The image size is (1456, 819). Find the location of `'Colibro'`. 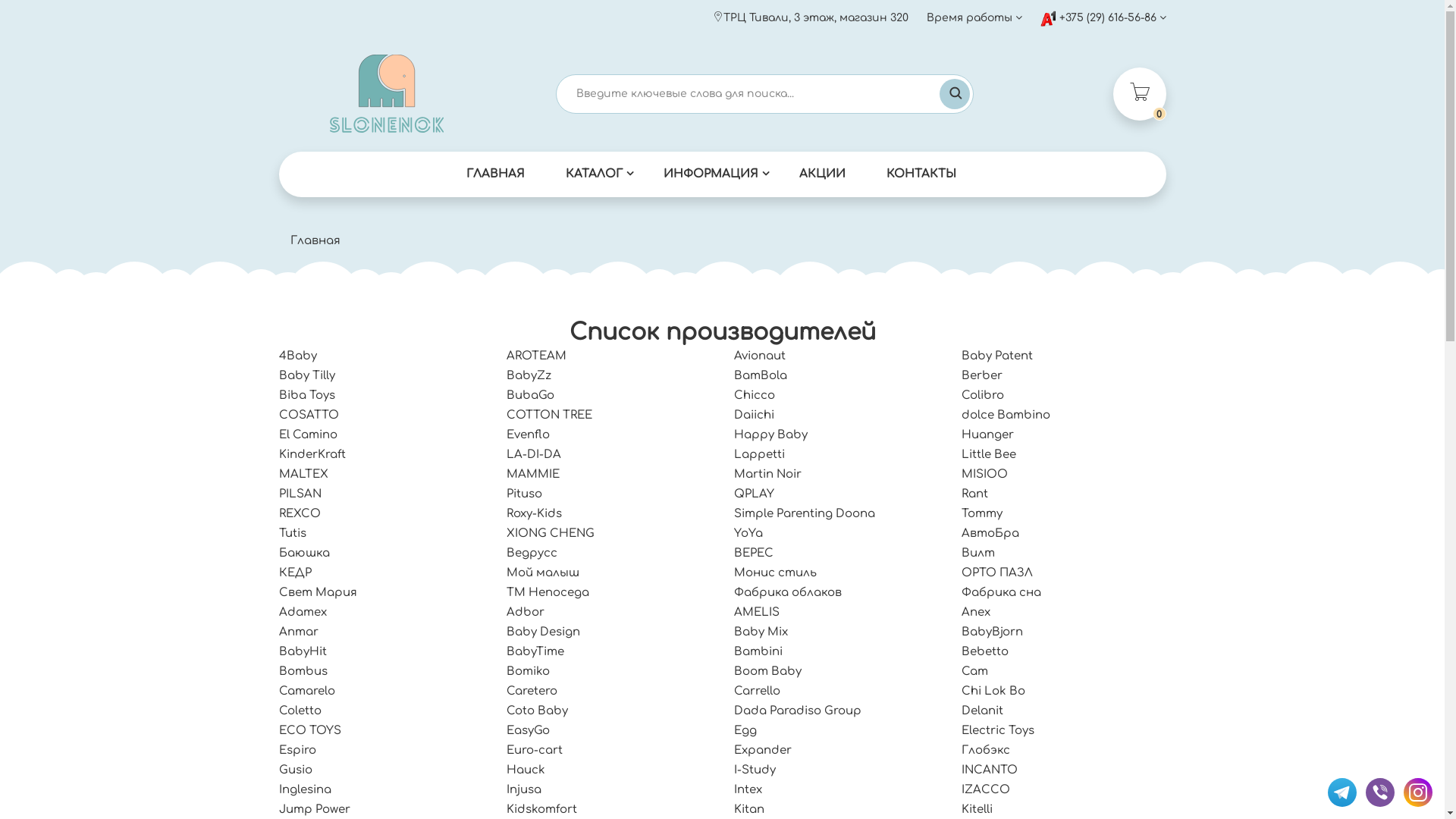

'Colibro' is located at coordinates (983, 394).